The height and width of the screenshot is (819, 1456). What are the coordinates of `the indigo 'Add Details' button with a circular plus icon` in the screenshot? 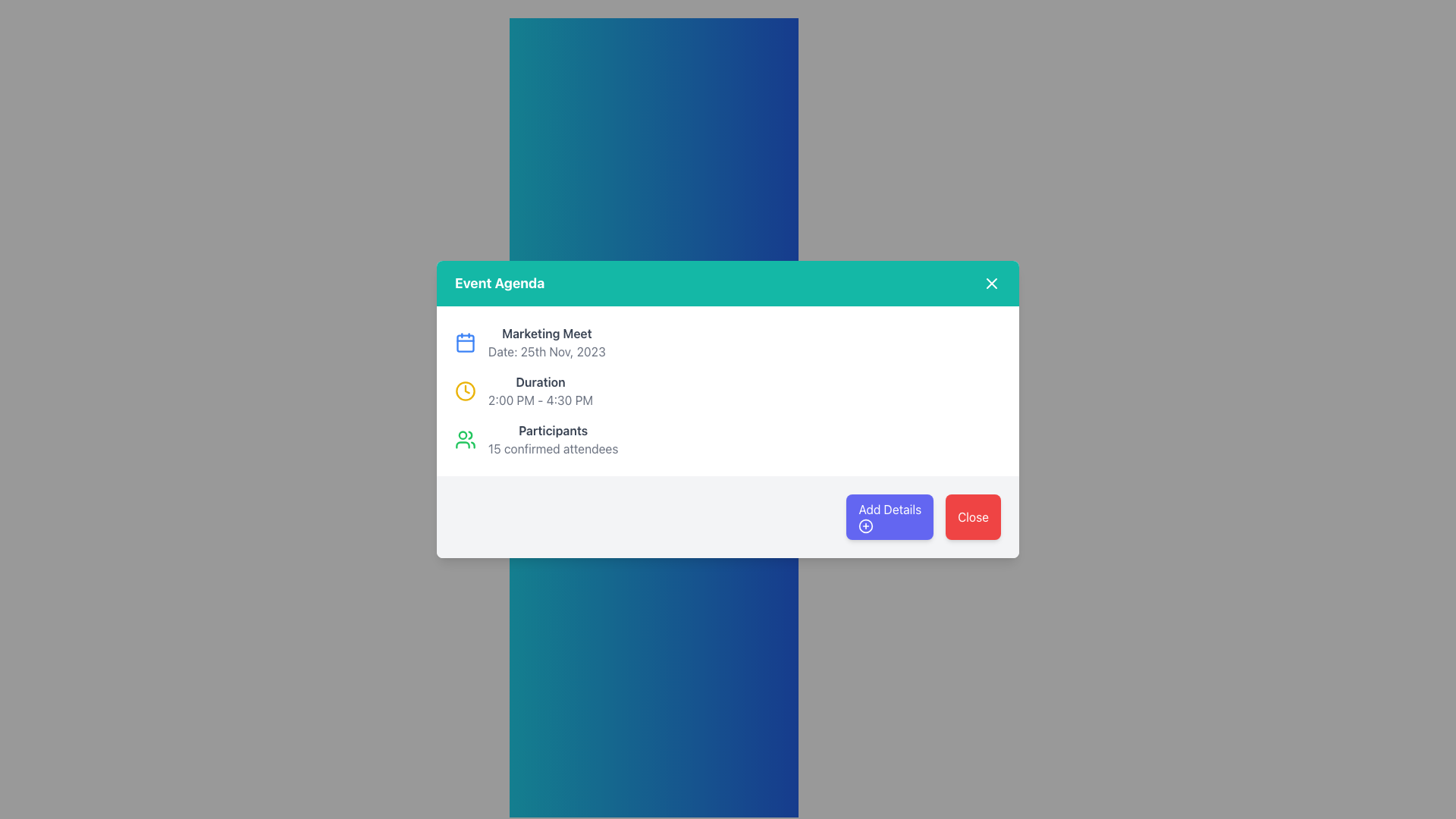 It's located at (890, 516).